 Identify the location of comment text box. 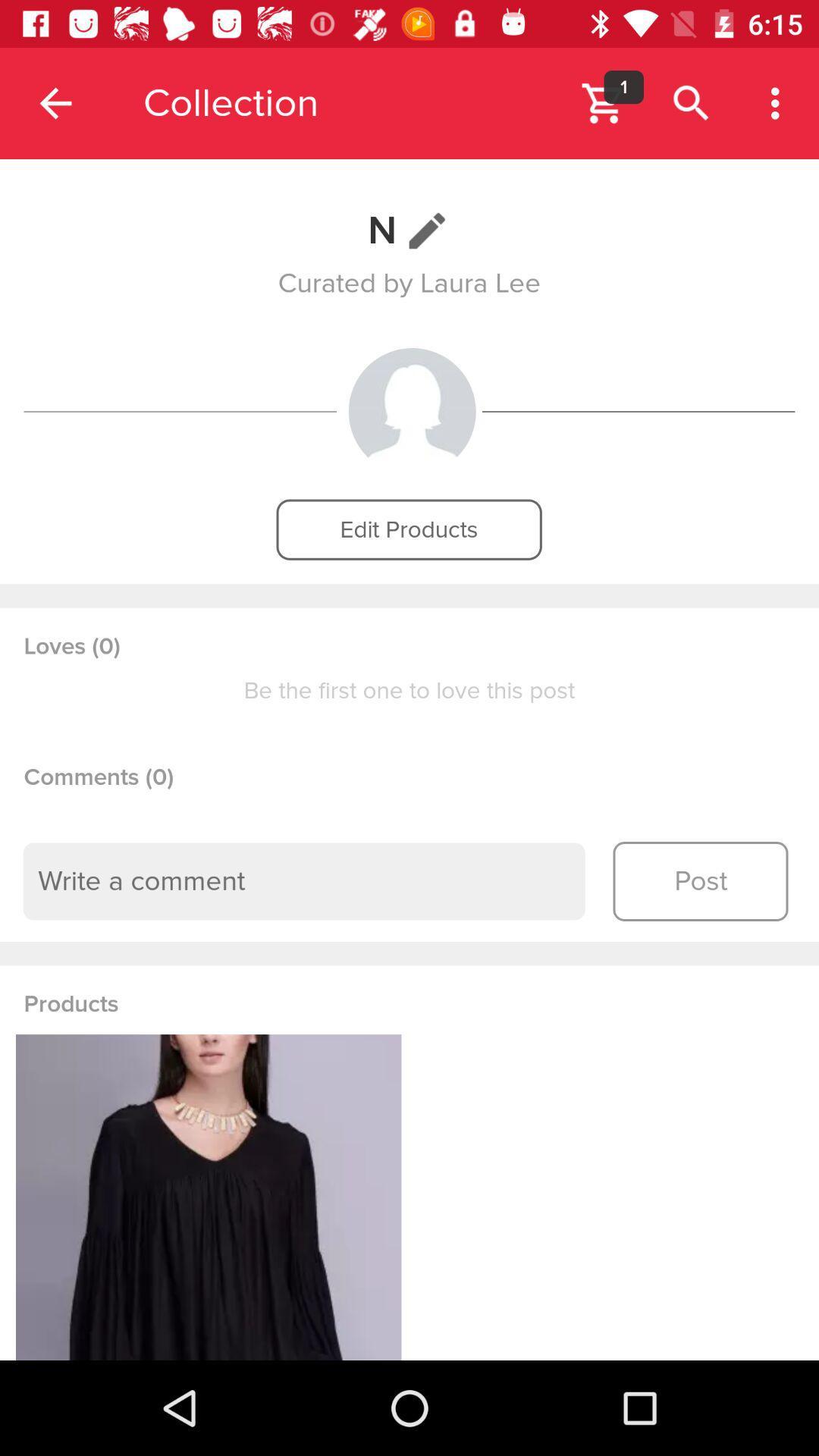
(304, 881).